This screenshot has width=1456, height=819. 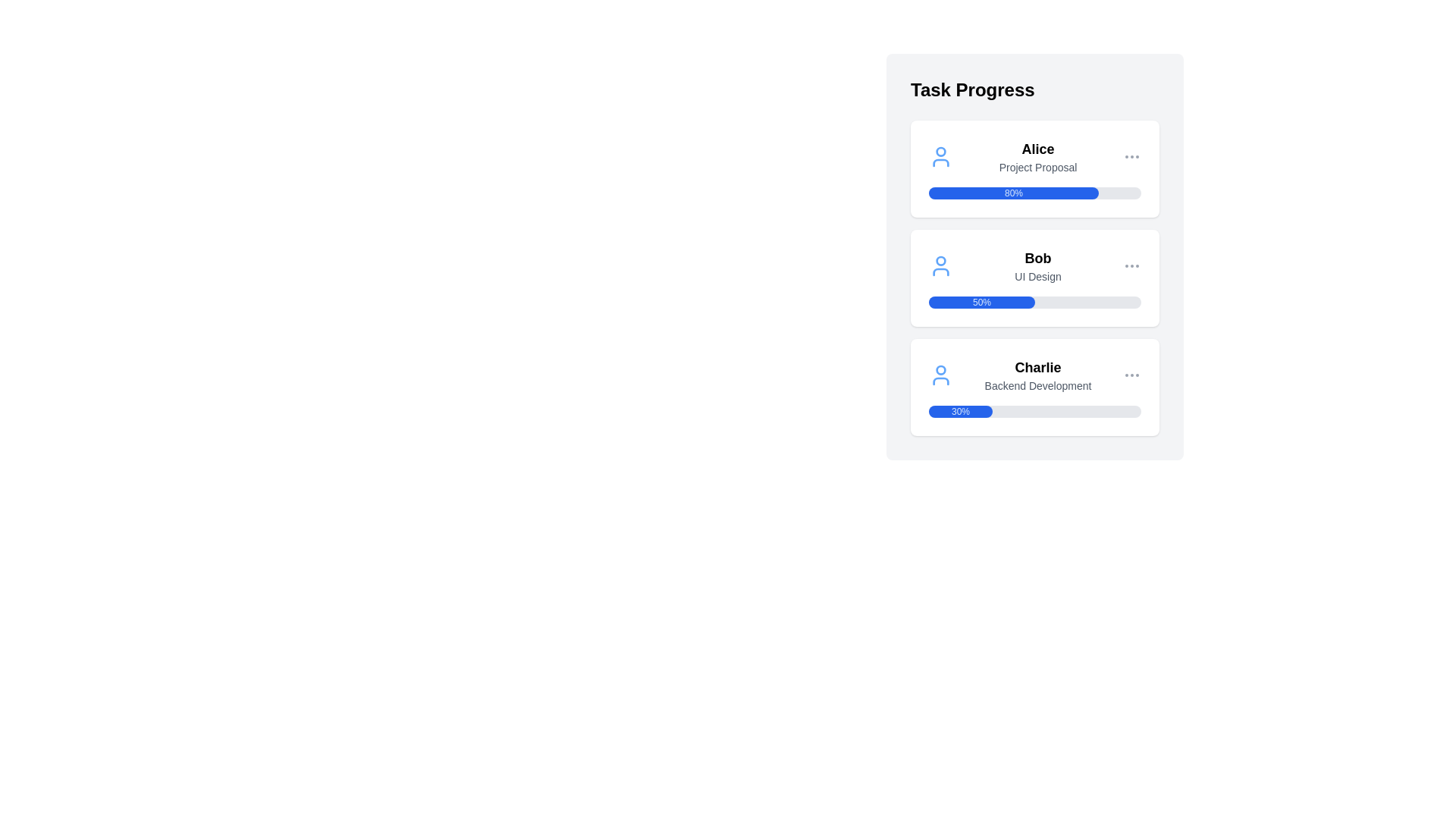 I want to click on the horizontal progress bar for 'Charlie' under 'Task Progress', which is a rounded gray background with a blue-filled bar occupying 30% and displaying '30%' in white, so click(x=1034, y=412).